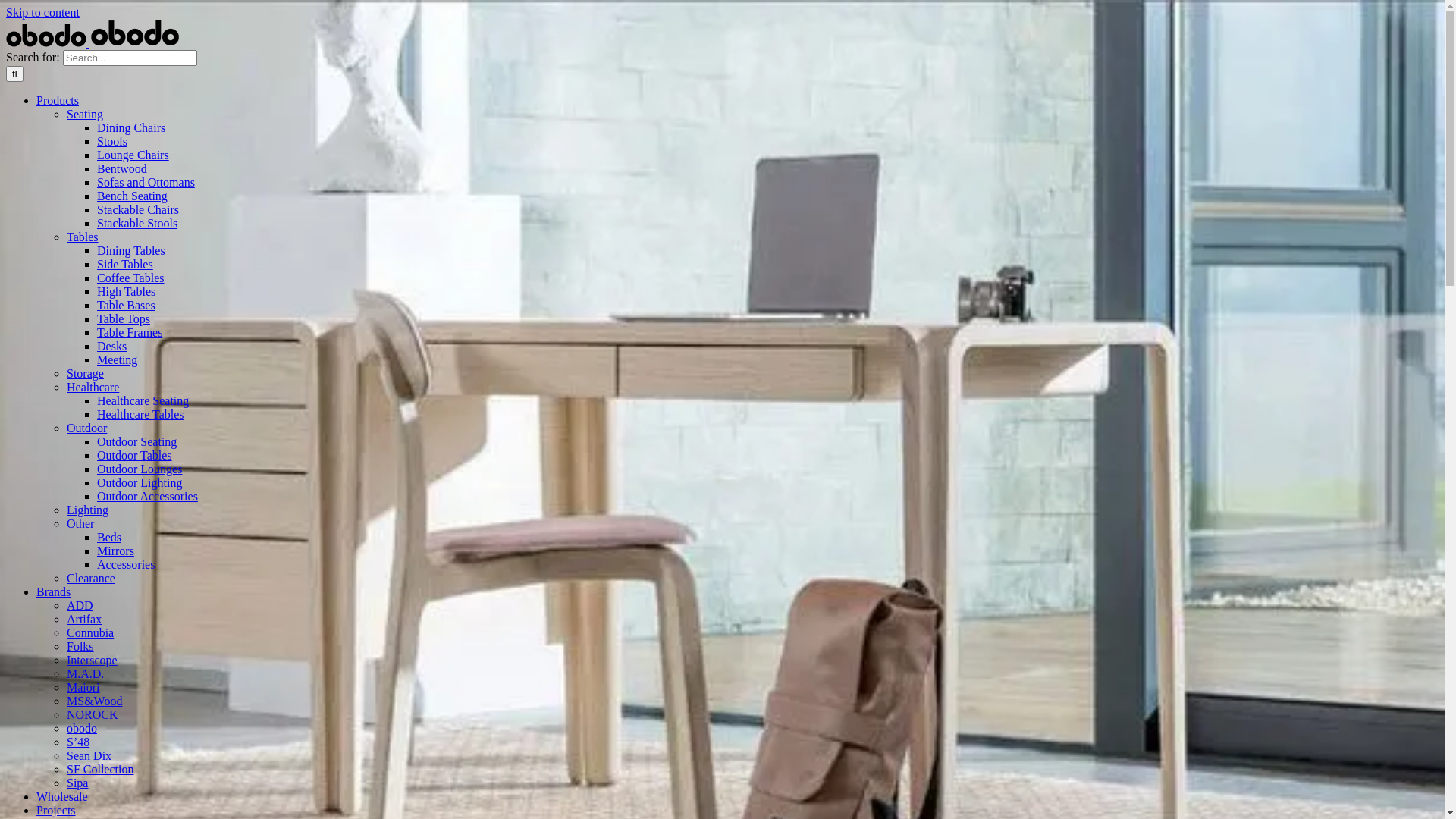  I want to click on 'Outdoor Lounges', so click(139, 468).